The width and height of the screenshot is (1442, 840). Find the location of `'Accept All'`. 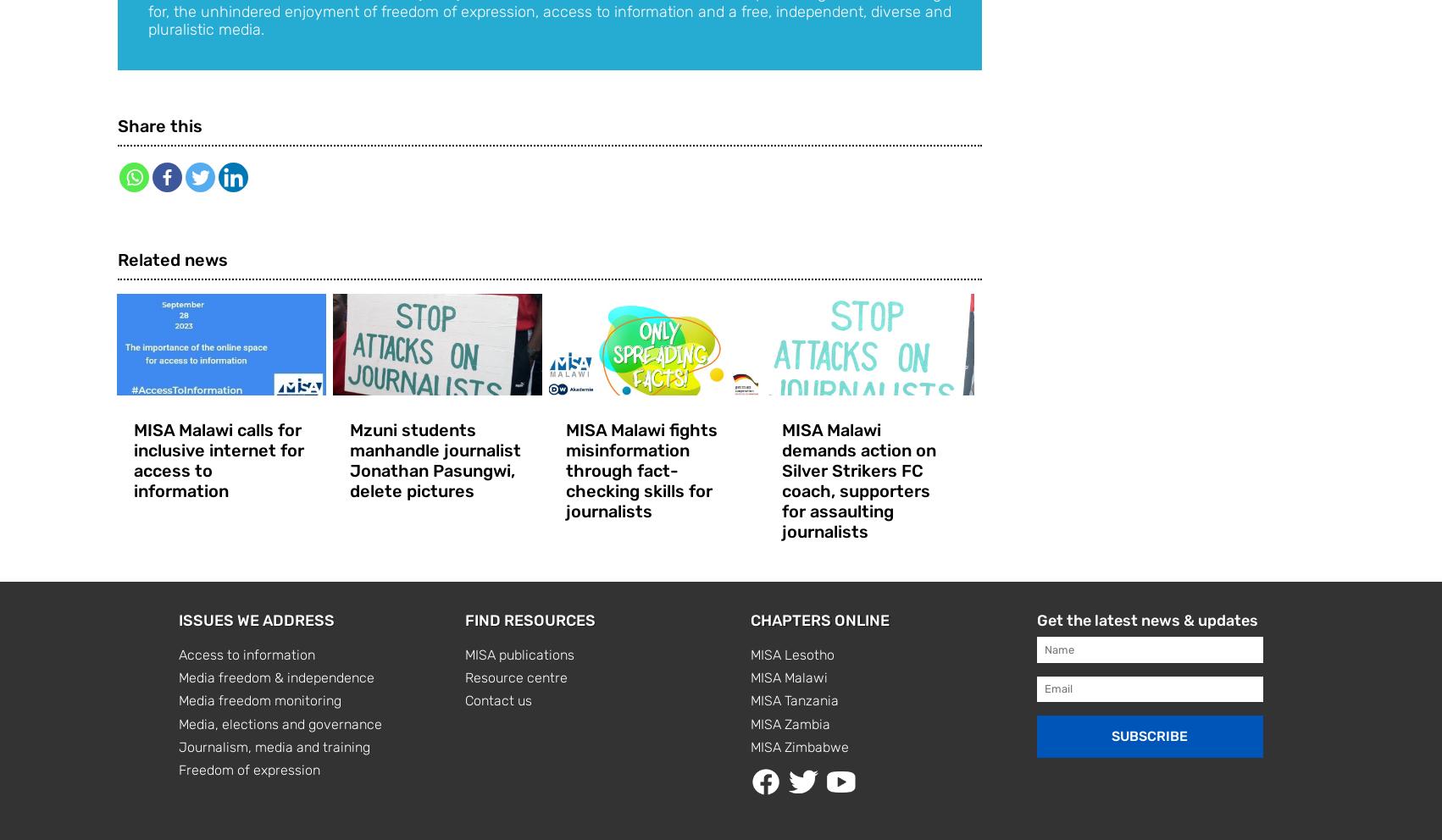

'Accept All' is located at coordinates (235, 600).